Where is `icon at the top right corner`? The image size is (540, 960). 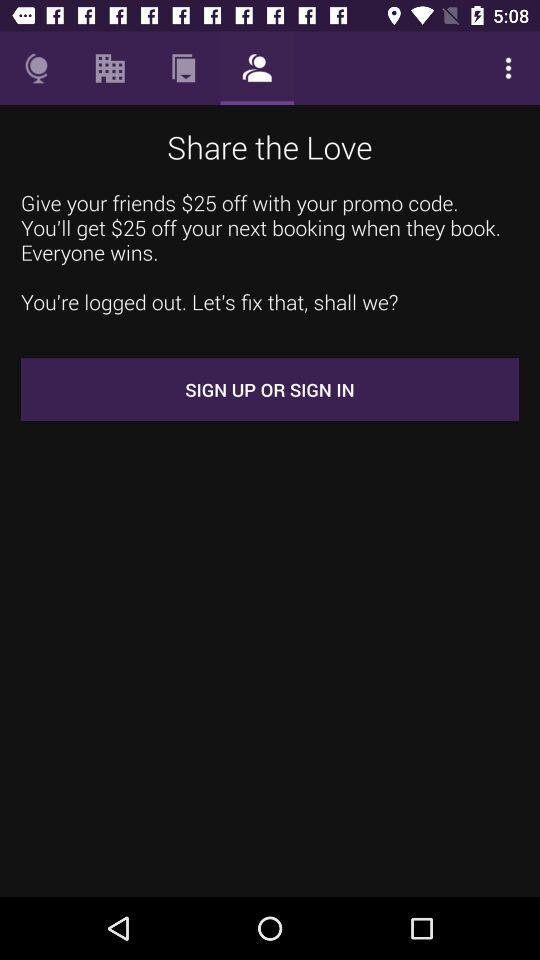 icon at the top right corner is located at coordinates (508, 68).